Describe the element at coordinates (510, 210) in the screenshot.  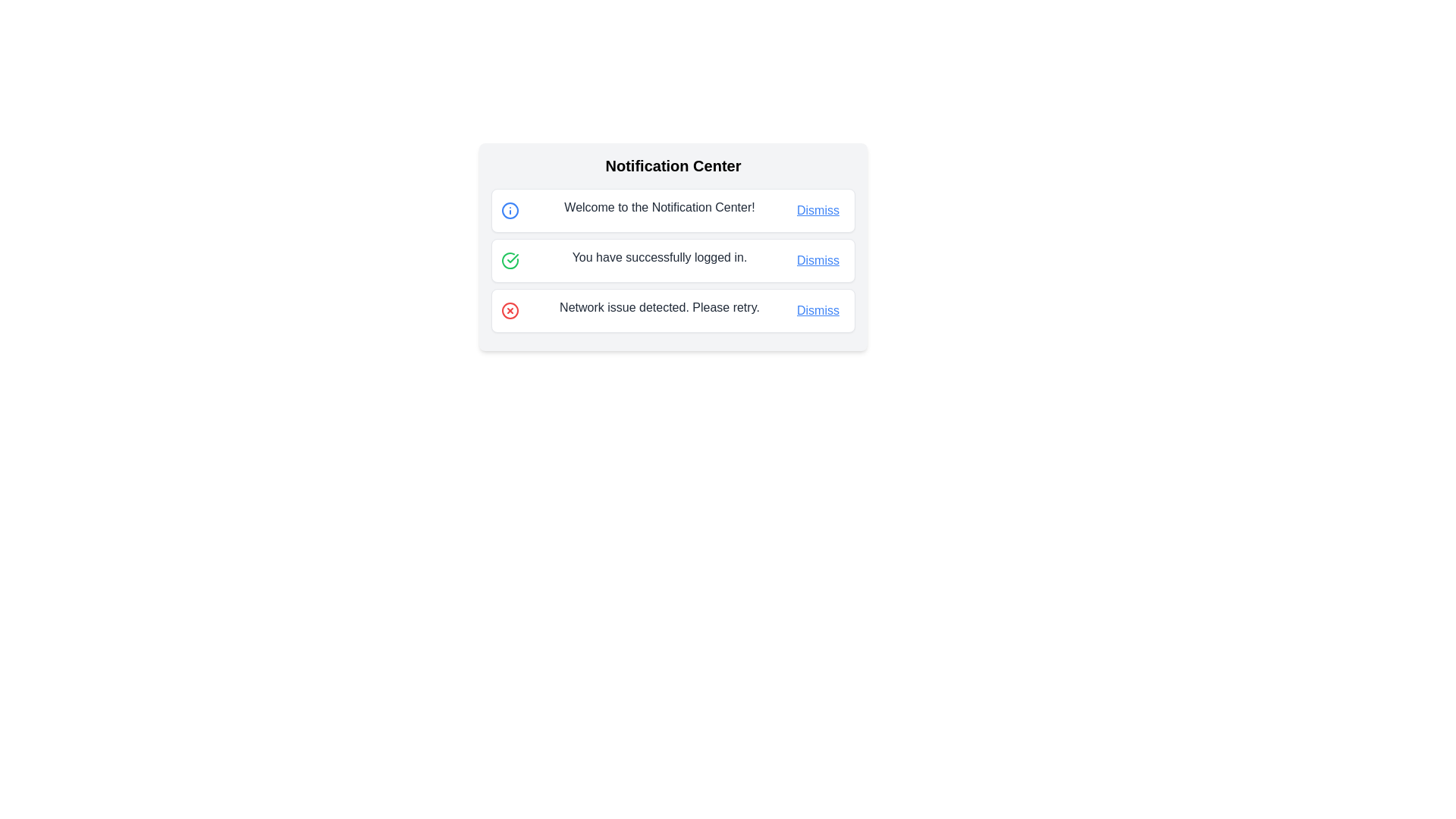
I see `the circular blue icon with an embedded 'i' symbol located at the top-left corner of the notification card that includes the text 'Welcome to the Notification Center!'` at that location.